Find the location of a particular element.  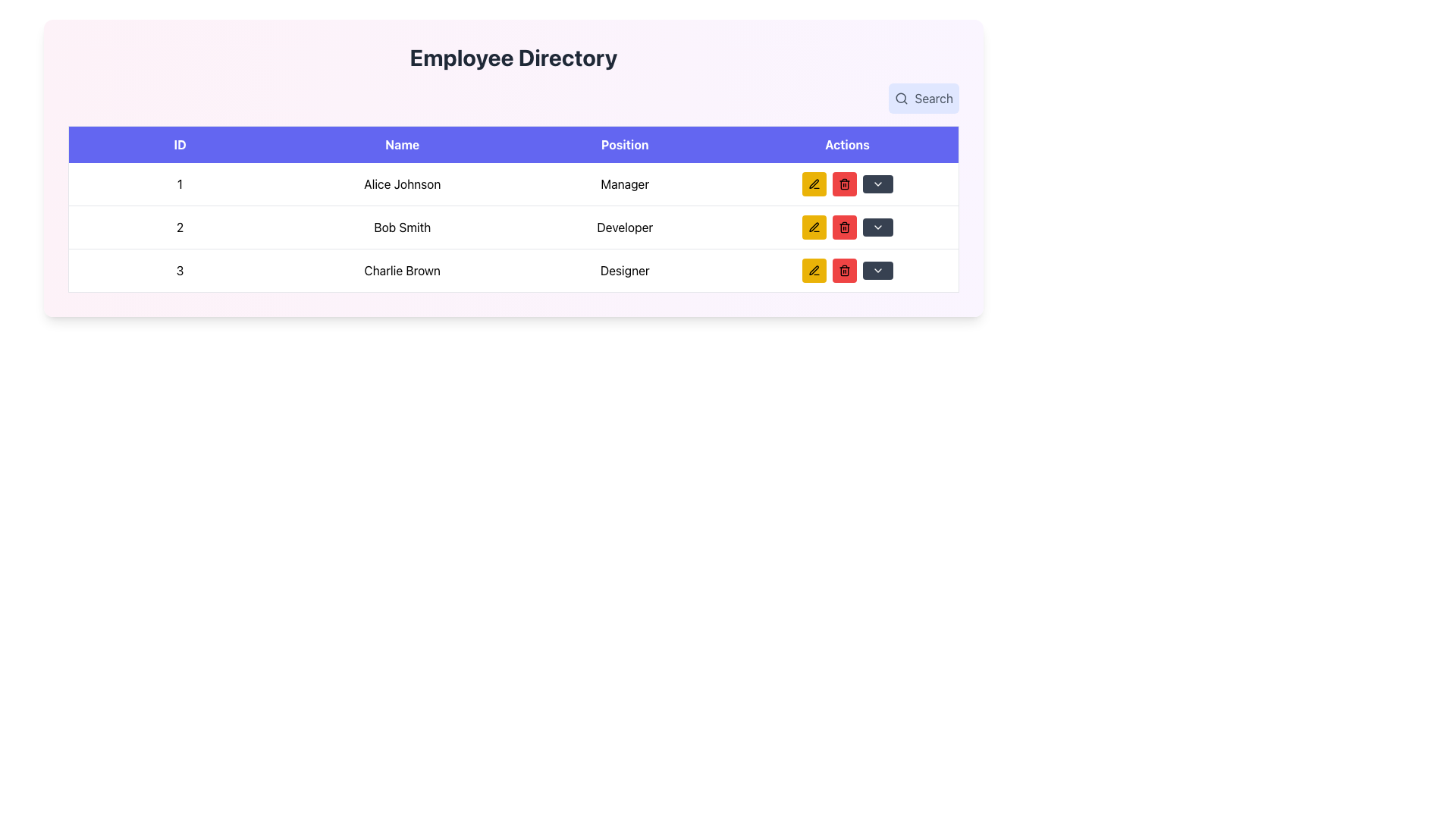

the dark gray rectangular Dropdown toggle button with a white downward-pointing chevron icon in the 'Employee Directory' interface is located at coordinates (877, 184).